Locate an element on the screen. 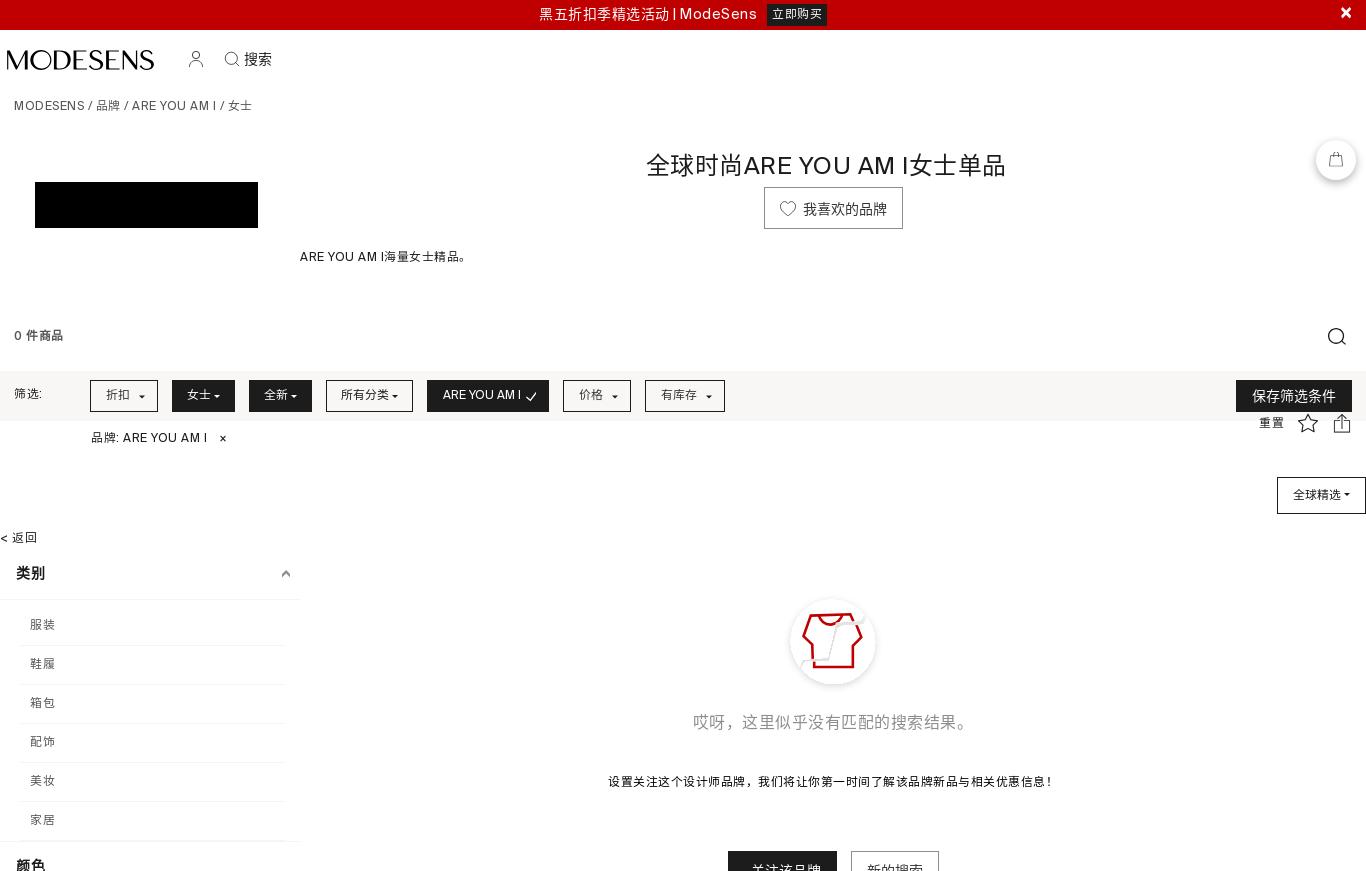  '筛选:' is located at coordinates (28, 393).